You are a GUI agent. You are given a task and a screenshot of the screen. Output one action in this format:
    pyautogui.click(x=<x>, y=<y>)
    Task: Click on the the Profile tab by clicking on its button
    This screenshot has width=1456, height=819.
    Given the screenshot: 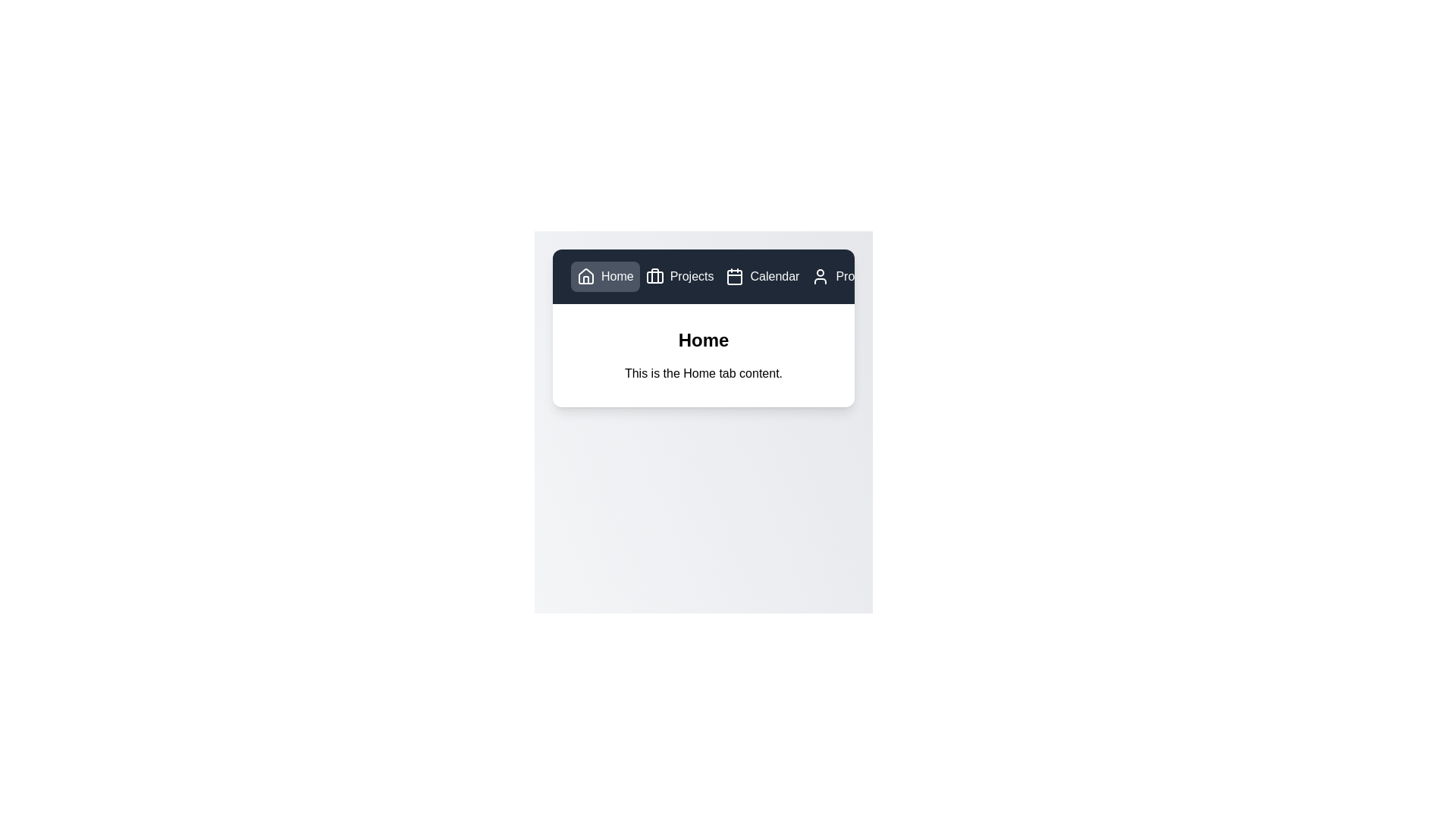 What is the action you would take?
    pyautogui.click(x=839, y=277)
    